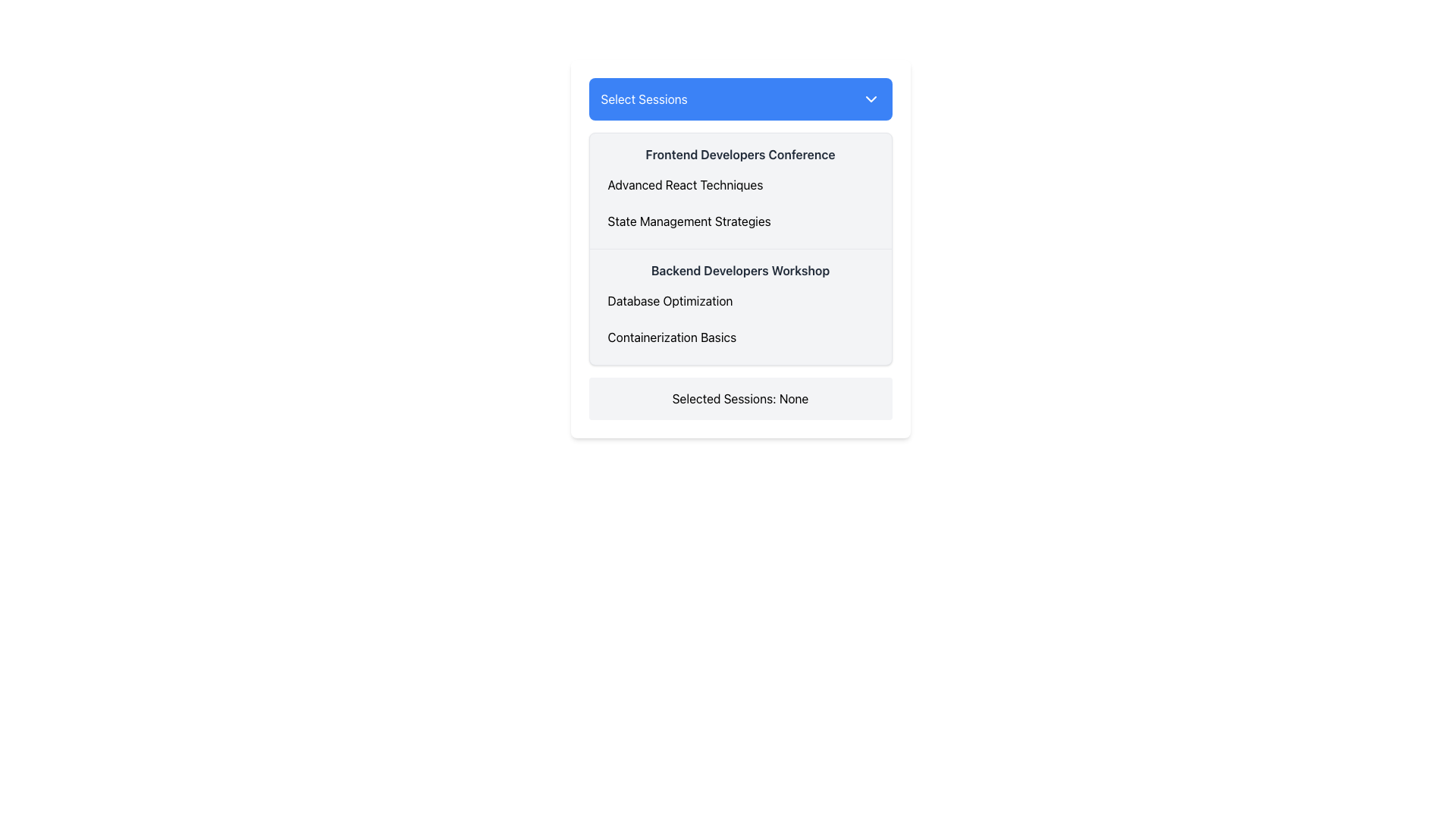  Describe the element at coordinates (689, 221) in the screenshot. I see `the selectable text label for 'State Management Strategies' in the dropdown menu` at that location.